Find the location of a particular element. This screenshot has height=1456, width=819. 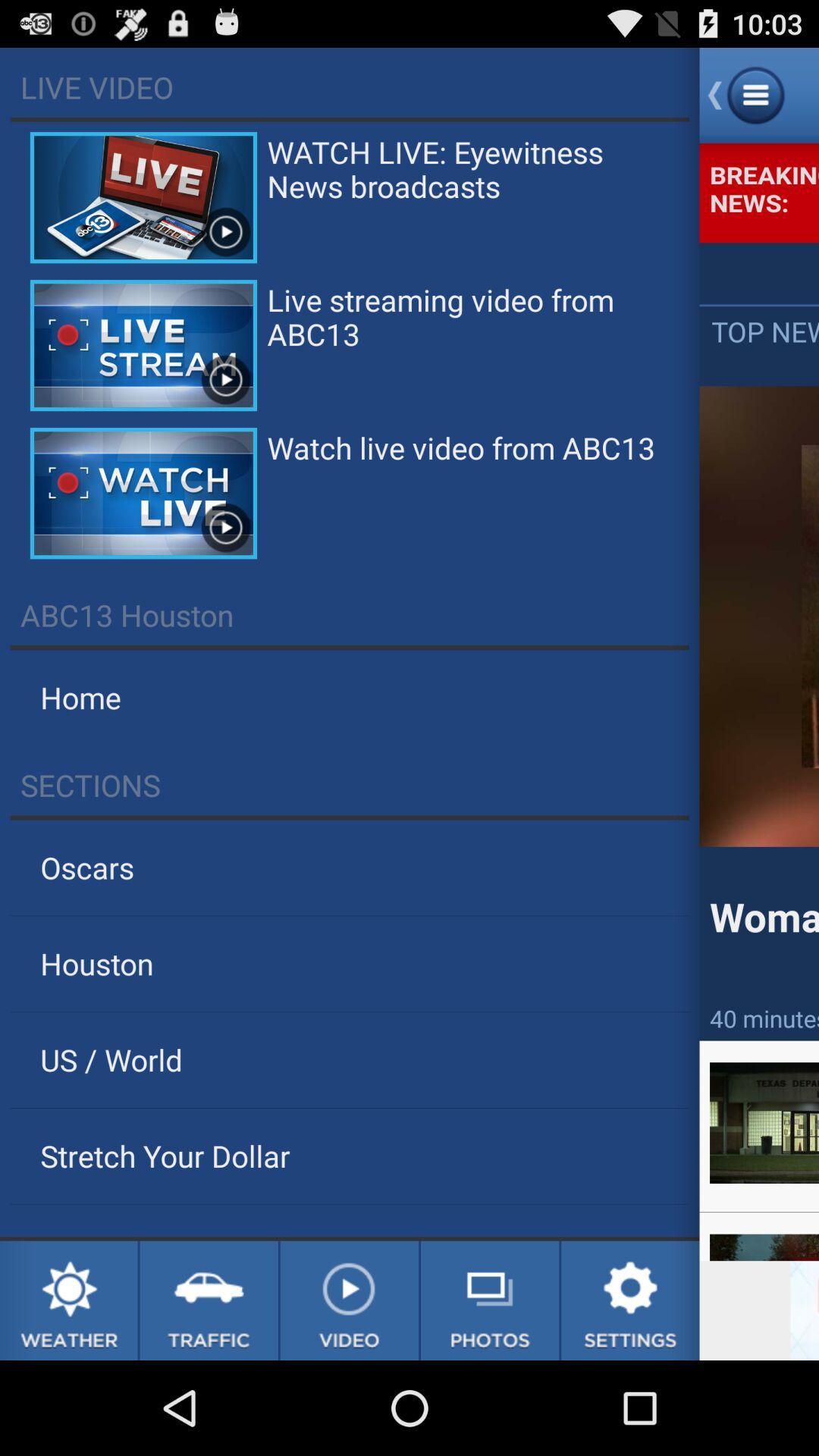

traffic update link is located at coordinates (209, 1300).